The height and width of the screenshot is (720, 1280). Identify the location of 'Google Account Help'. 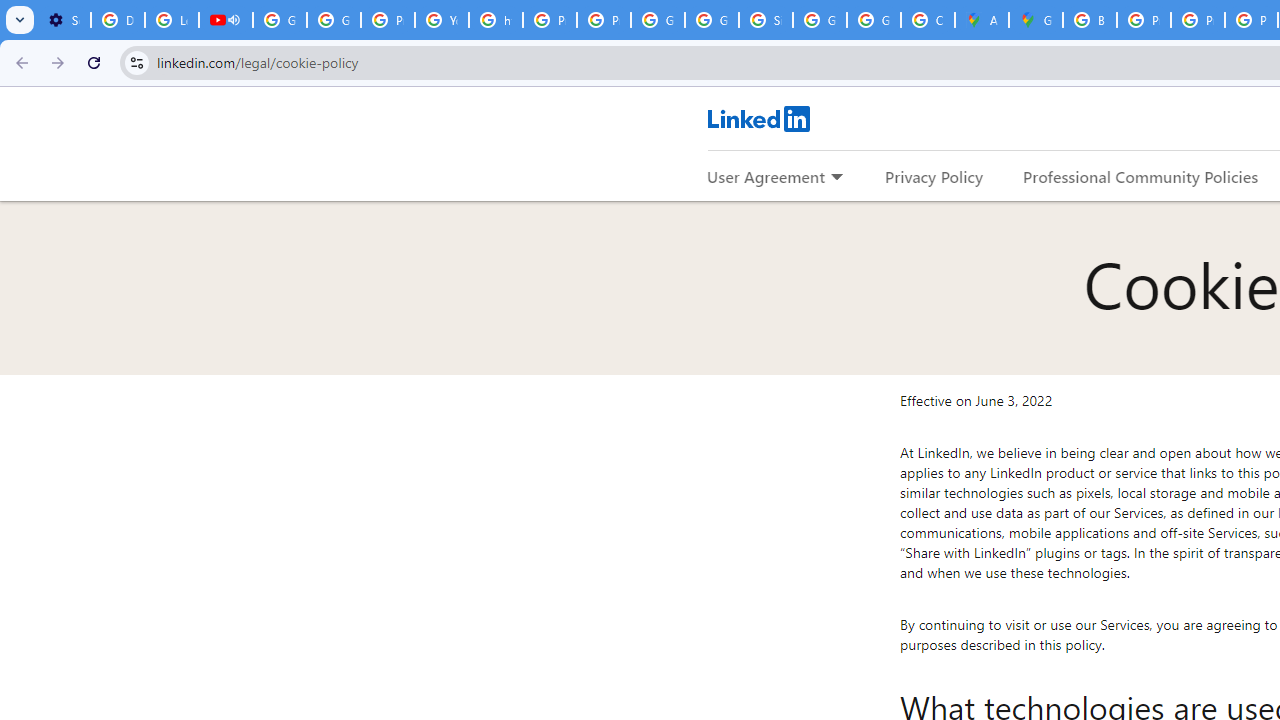
(279, 20).